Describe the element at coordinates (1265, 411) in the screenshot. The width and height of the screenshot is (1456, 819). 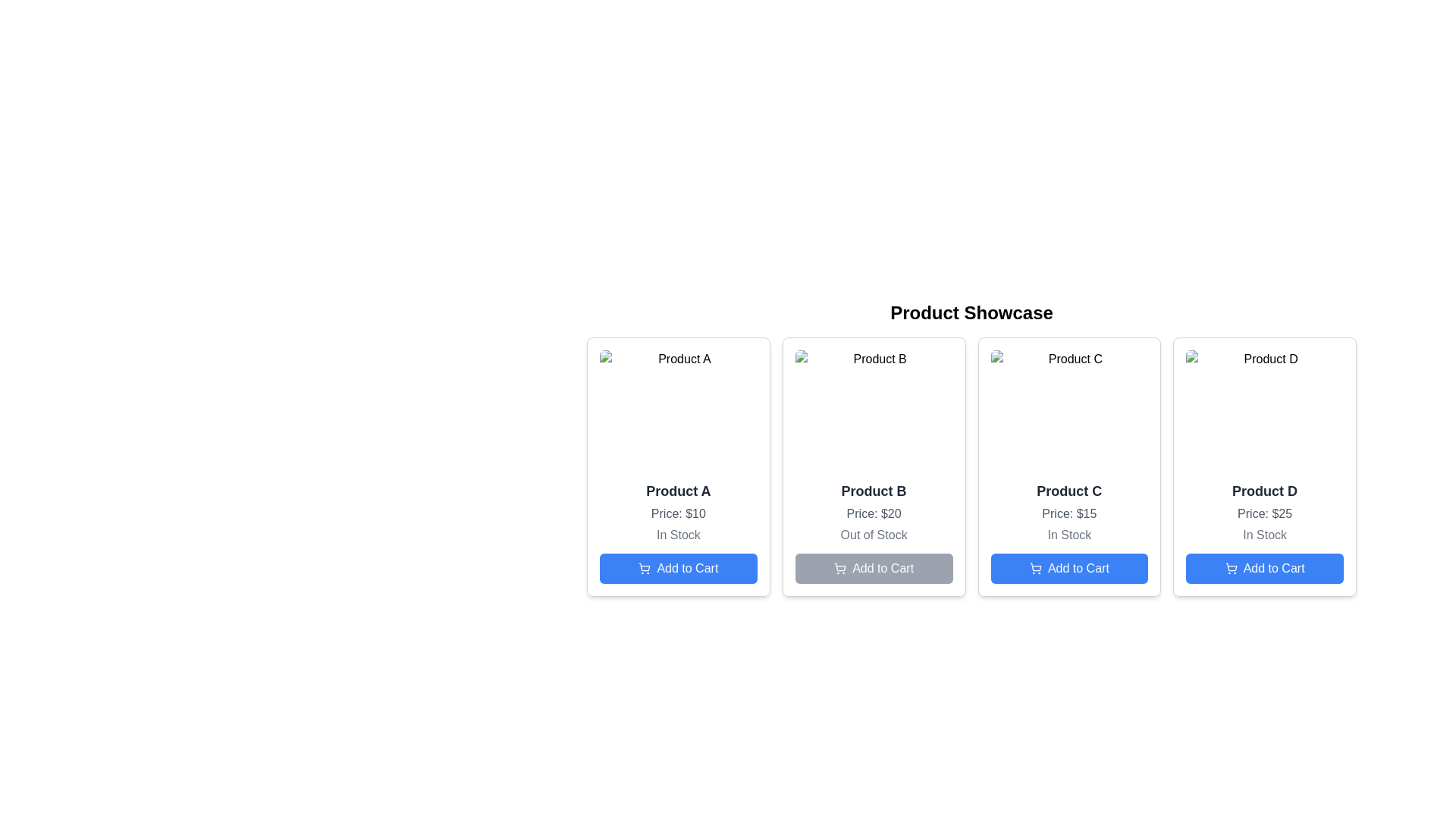
I see `the image representing 'Product D' located at the top of the product card` at that location.